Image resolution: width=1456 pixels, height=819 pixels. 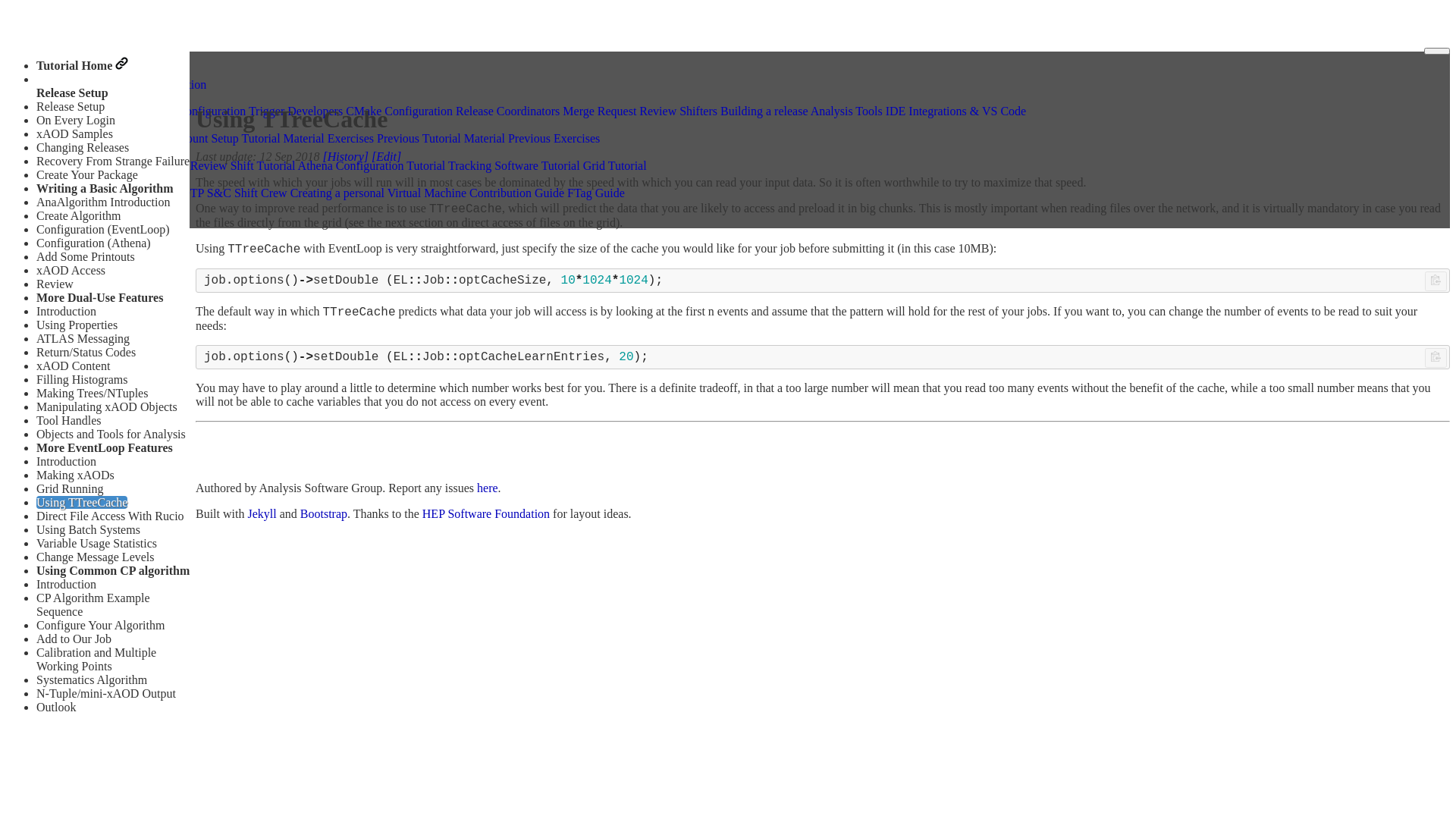 What do you see at coordinates (323, 513) in the screenshot?
I see `'Bootstrap'` at bounding box center [323, 513].